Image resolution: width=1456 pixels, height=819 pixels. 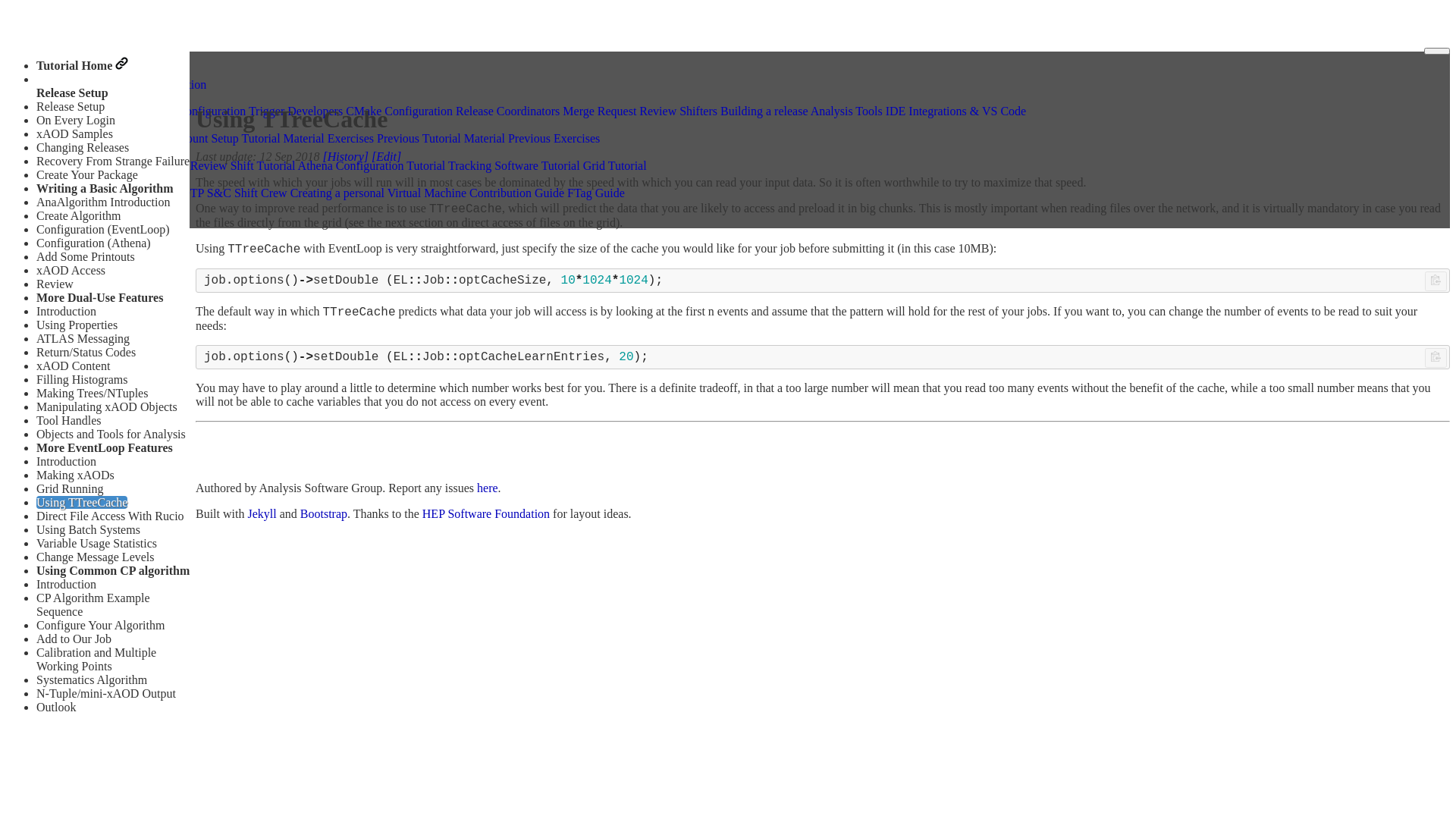 What do you see at coordinates (323, 513) in the screenshot?
I see `'Bootstrap'` at bounding box center [323, 513].